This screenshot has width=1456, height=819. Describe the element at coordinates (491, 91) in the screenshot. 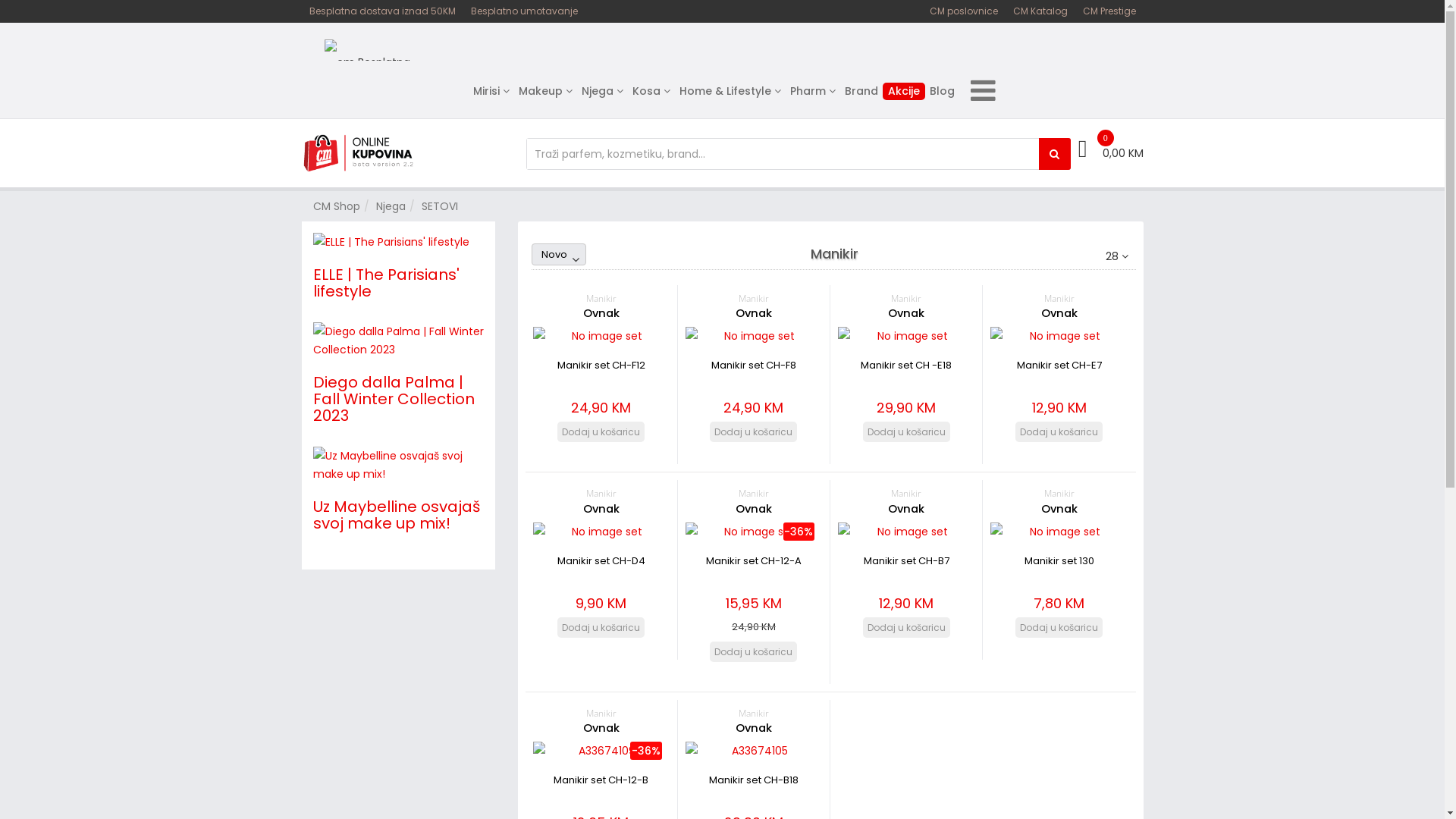

I see `'Mirisi'` at that location.